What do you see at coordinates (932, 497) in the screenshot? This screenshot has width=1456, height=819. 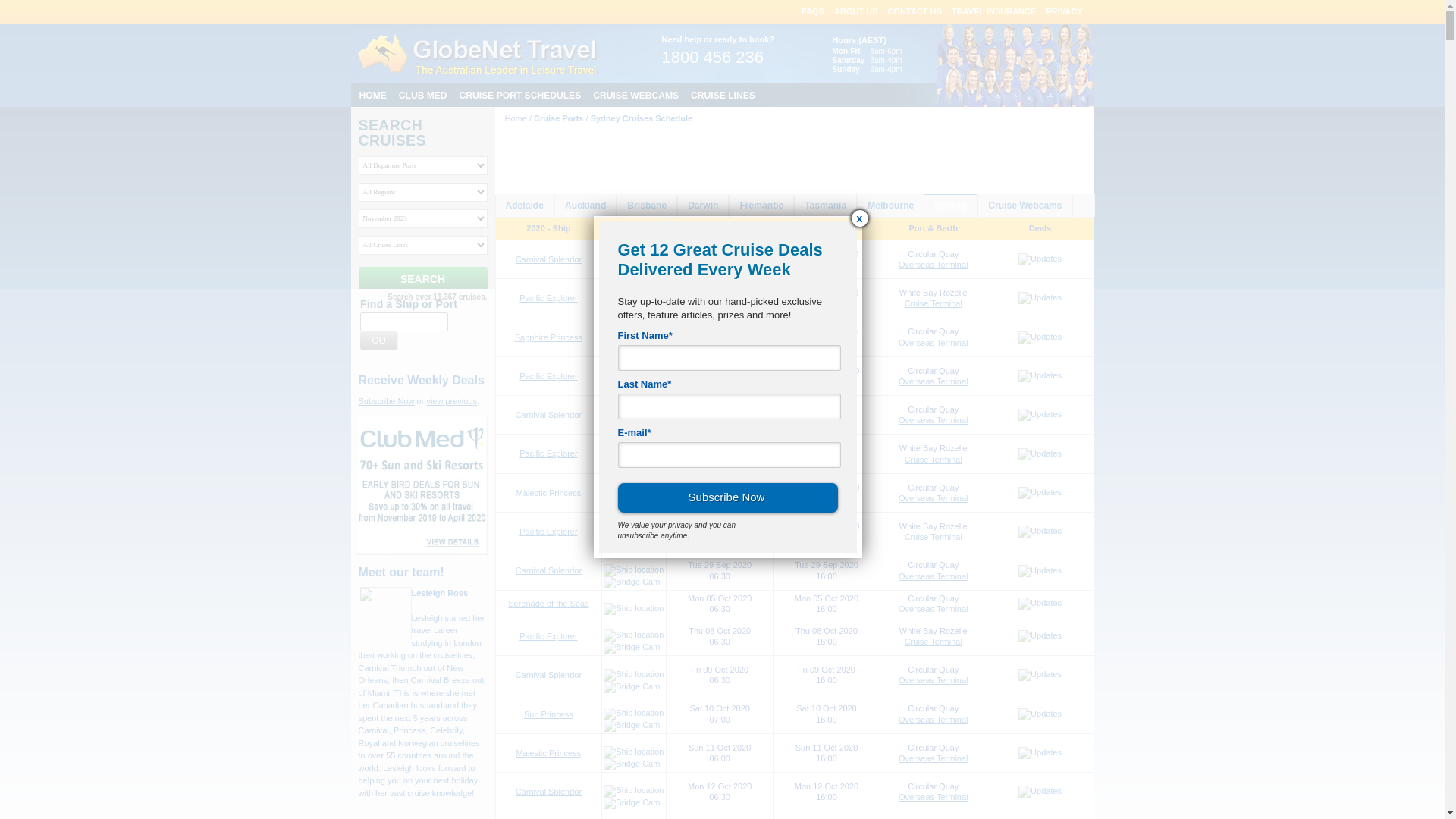 I see `'Overseas Terminal'` at bounding box center [932, 497].